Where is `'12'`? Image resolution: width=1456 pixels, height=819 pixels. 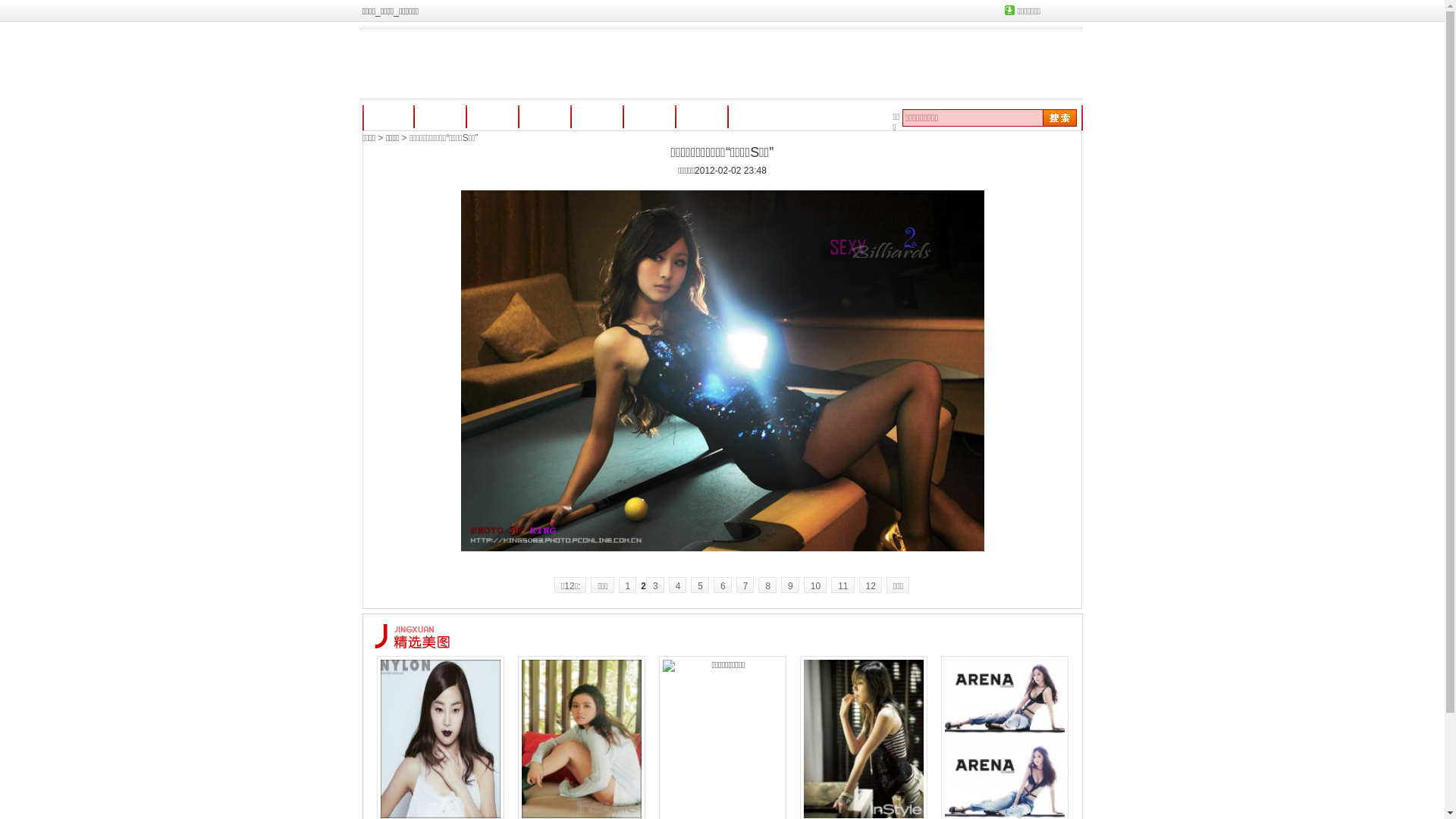
'12' is located at coordinates (870, 584).